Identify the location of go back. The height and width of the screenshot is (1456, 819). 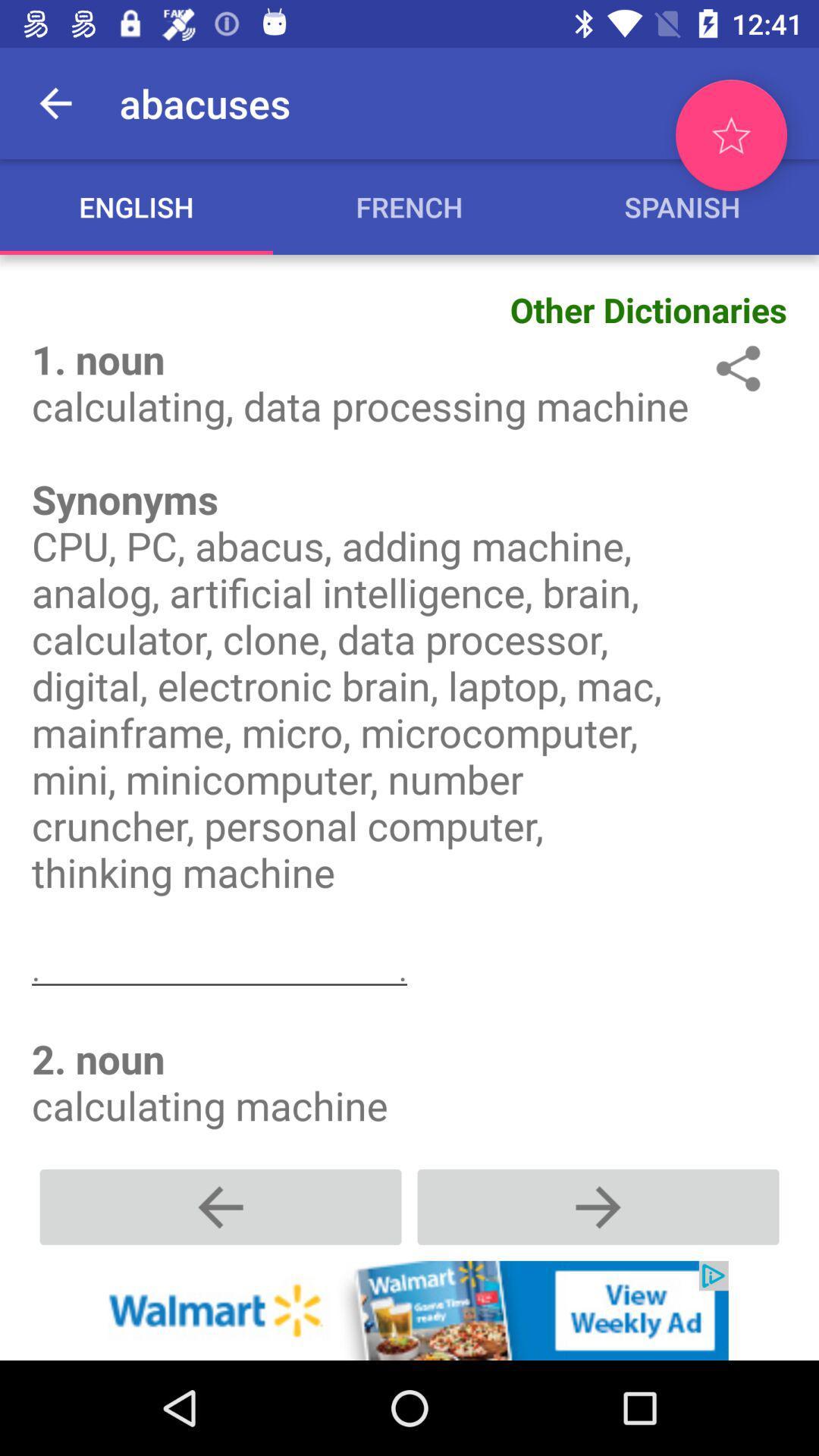
(220, 1206).